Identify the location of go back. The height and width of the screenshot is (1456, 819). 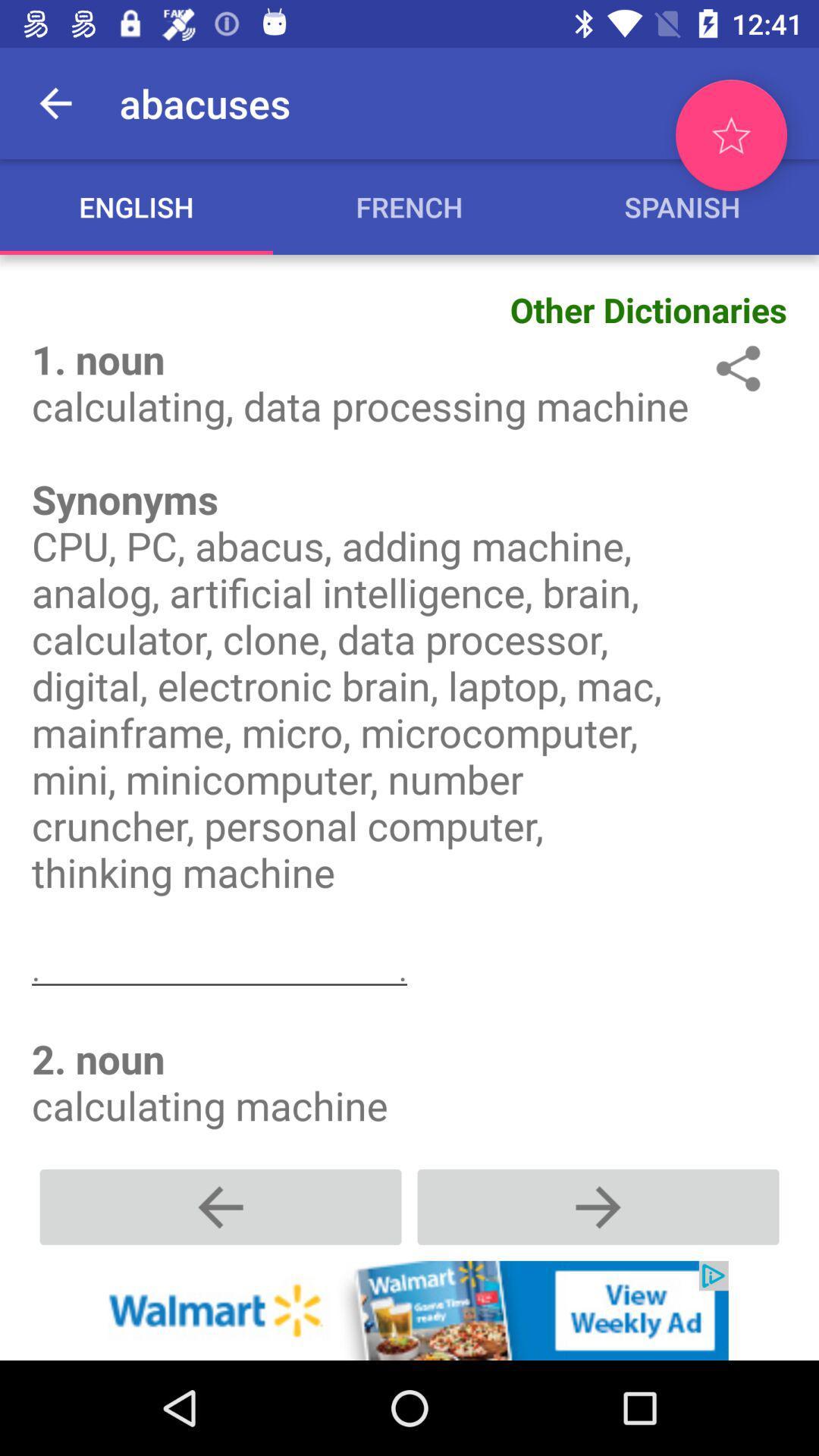
(220, 1206).